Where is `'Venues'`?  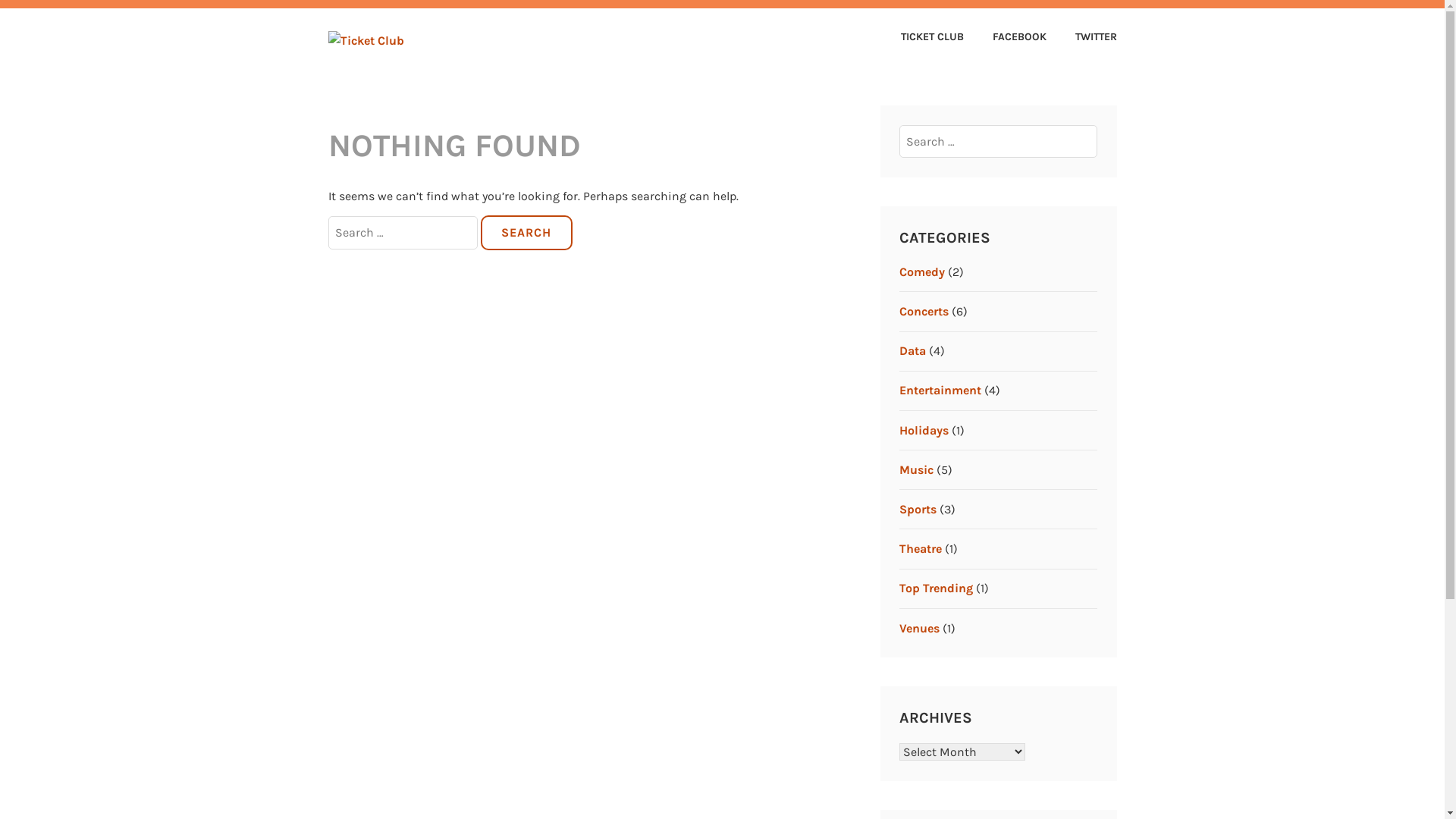
'Venues' is located at coordinates (899, 628).